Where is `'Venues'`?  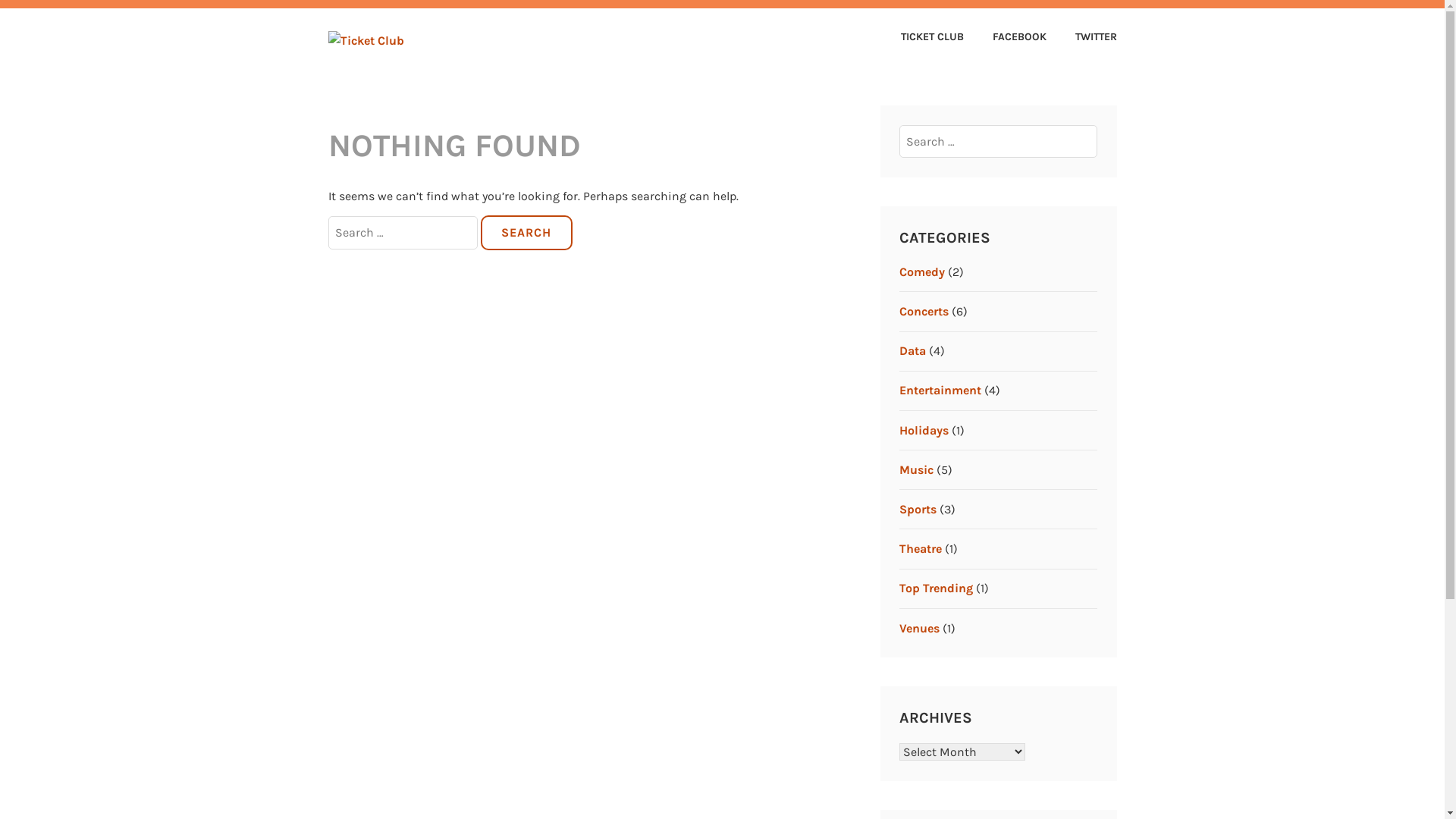
'Venues' is located at coordinates (899, 628).